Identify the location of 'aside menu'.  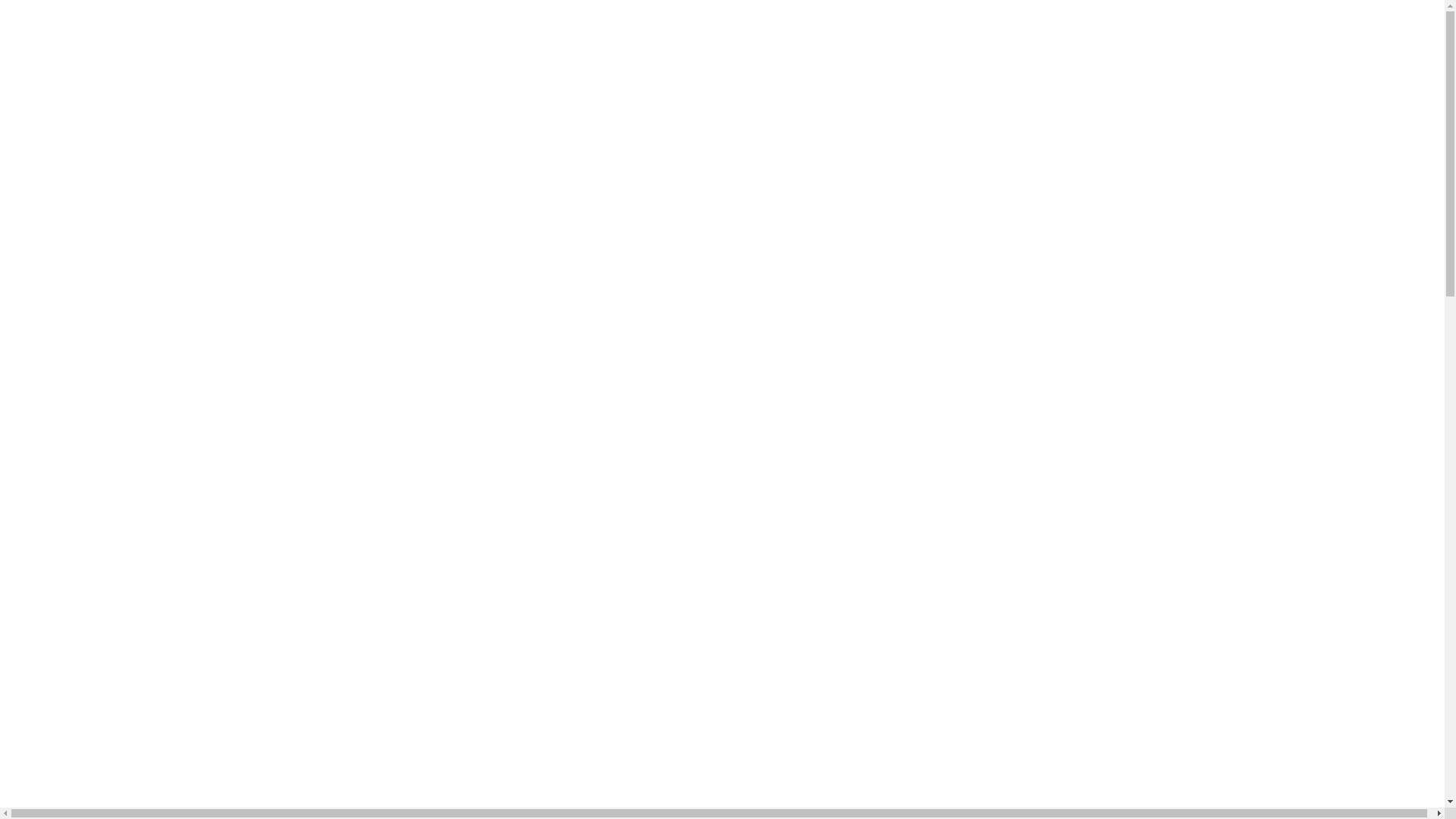
(35, 208).